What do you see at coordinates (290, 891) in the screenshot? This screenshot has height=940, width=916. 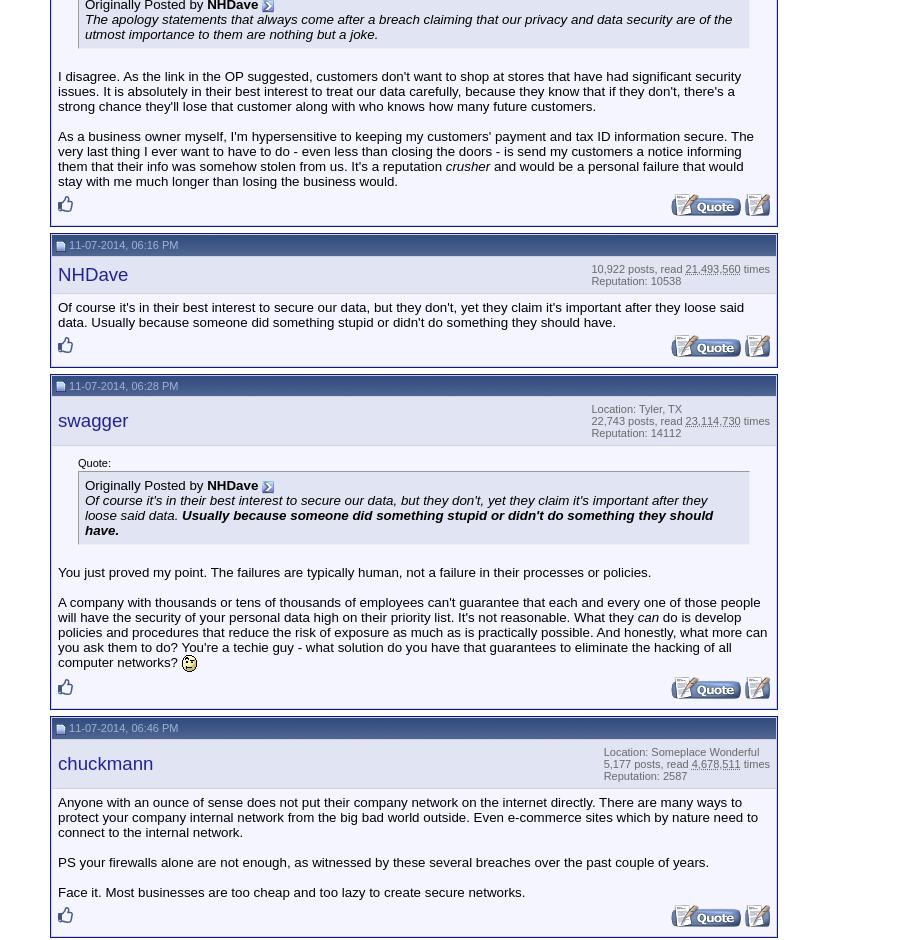 I see `'Face it. Most businesses are too cheap and too lazy to create secure networks.'` at bounding box center [290, 891].